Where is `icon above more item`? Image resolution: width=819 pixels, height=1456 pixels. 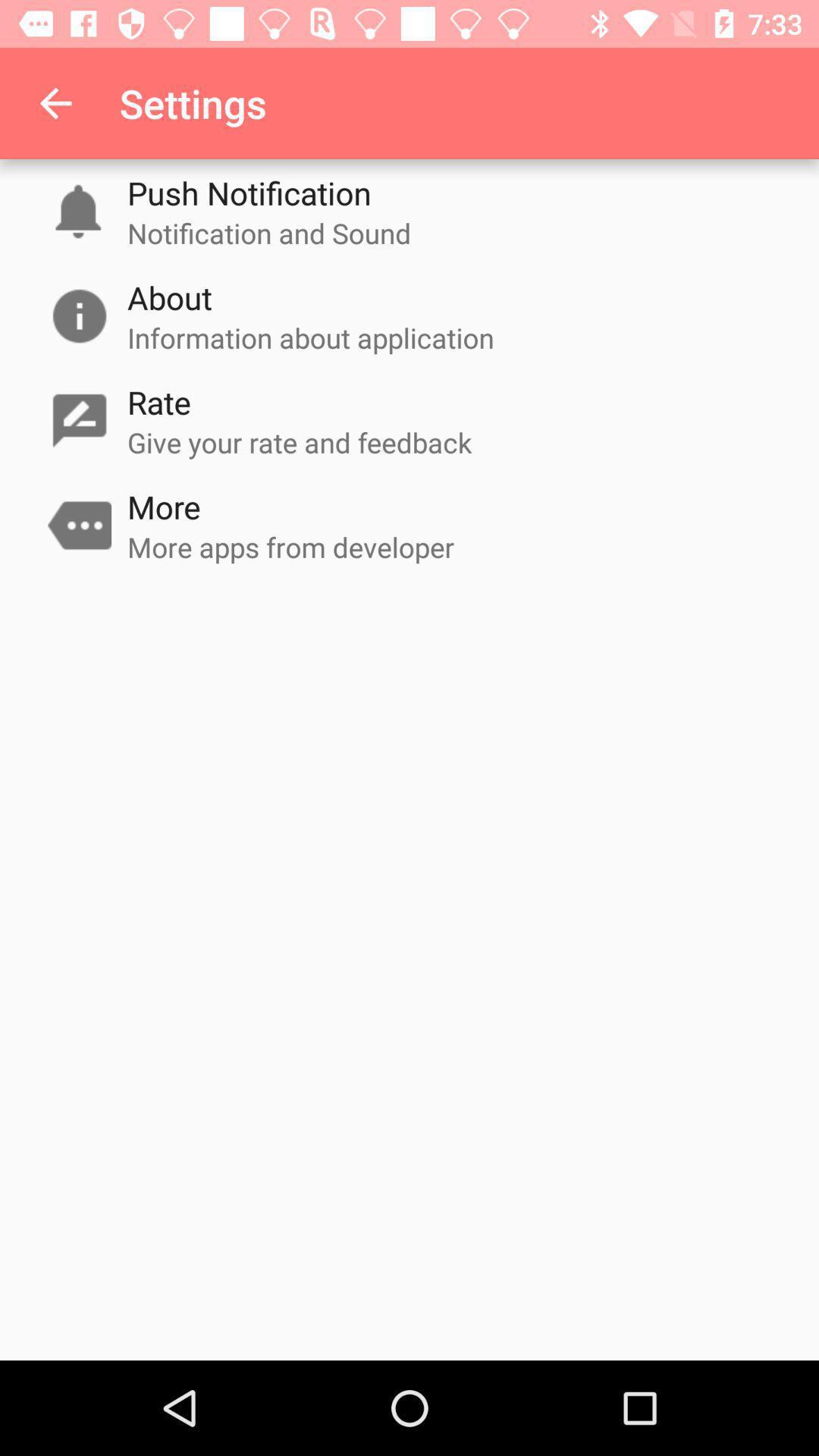 icon above more item is located at coordinates (300, 441).